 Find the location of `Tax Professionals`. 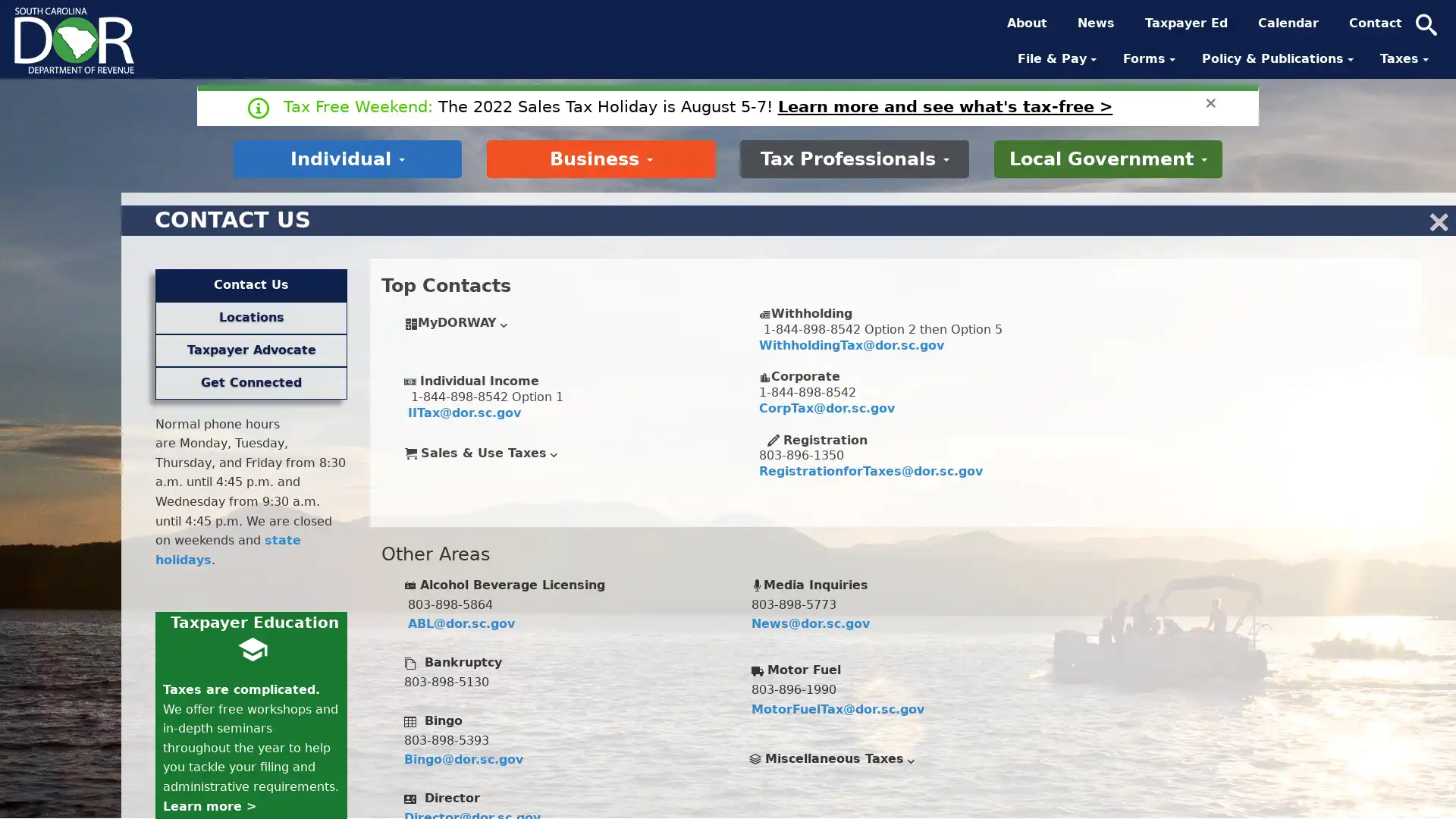

Tax Professionals is located at coordinates (854, 158).